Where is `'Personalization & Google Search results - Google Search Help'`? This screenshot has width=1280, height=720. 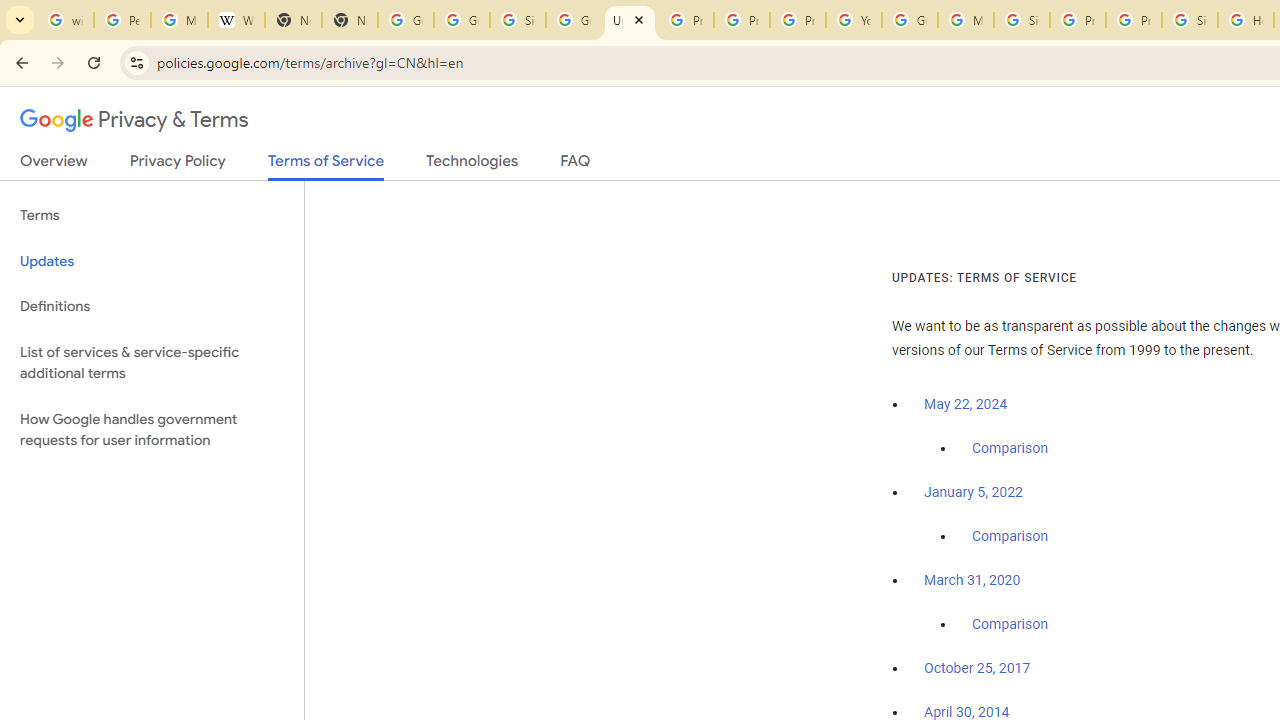 'Personalization & Google Search results - Google Search Help' is located at coordinates (121, 20).